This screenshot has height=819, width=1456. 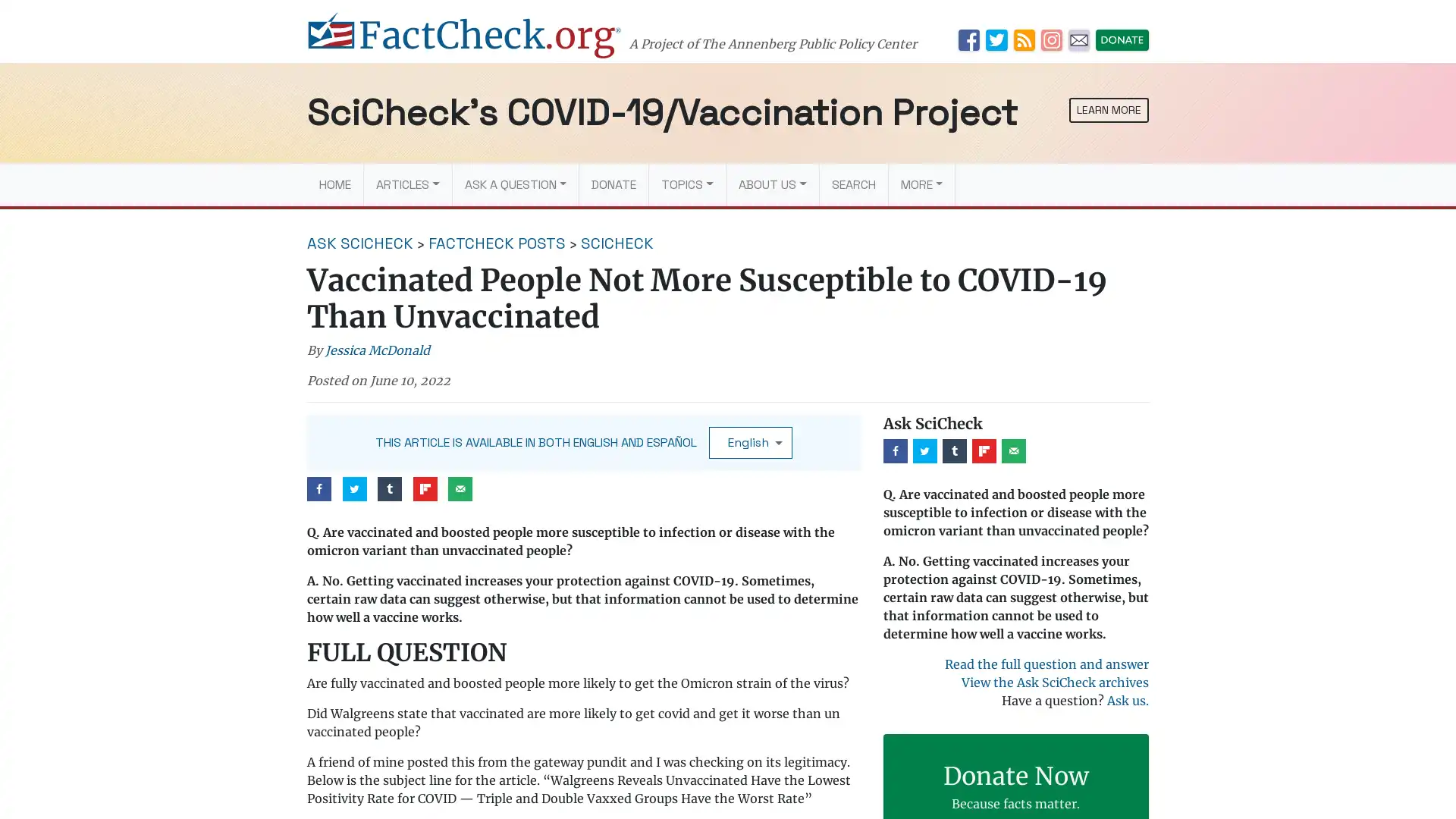 What do you see at coordinates (1109, 109) in the screenshot?
I see `LEARN MORE` at bounding box center [1109, 109].